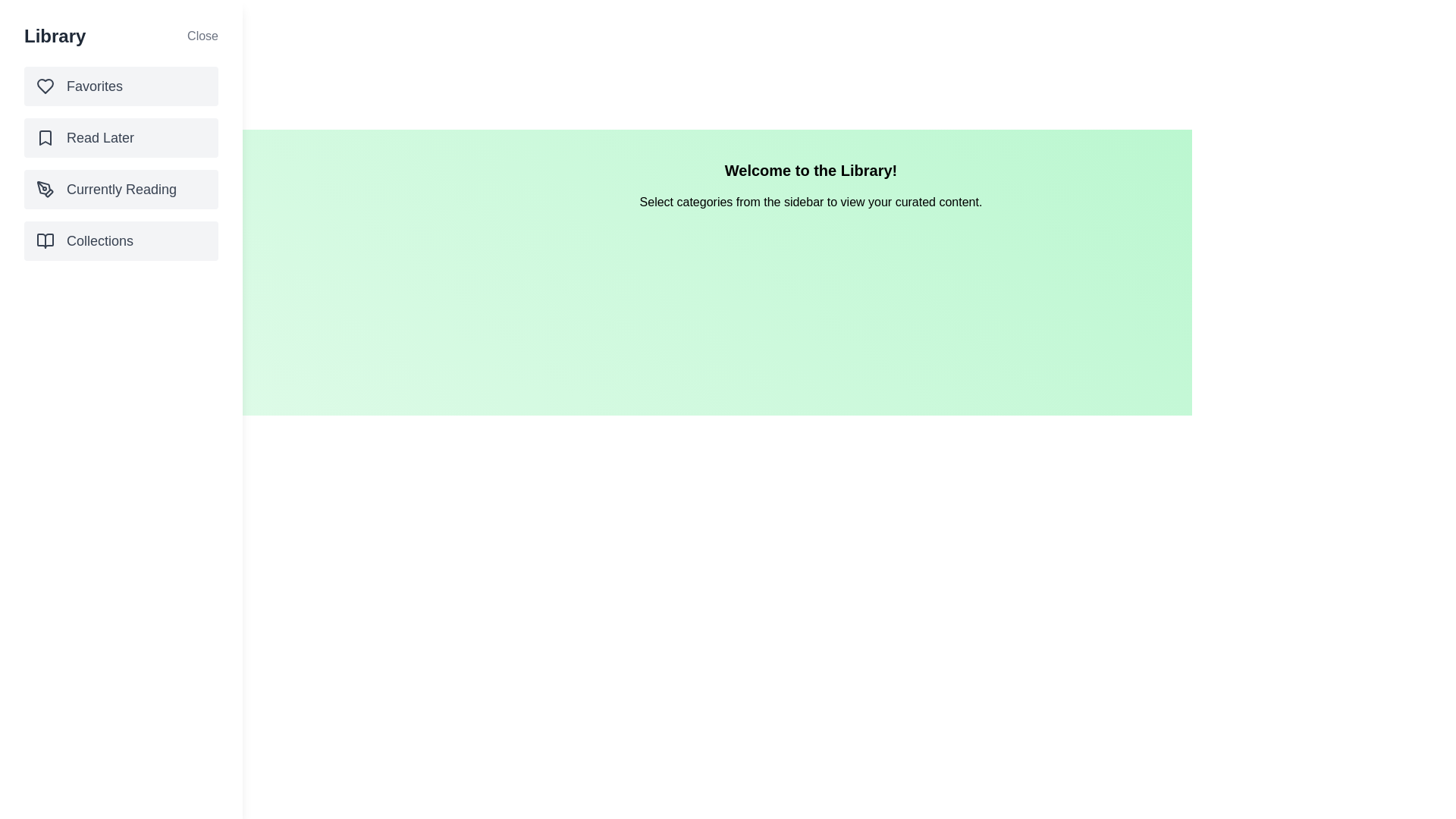 Image resolution: width=1456 pixels, height=819 pixels. What do you see at coordinates (120, 86) in the screenshot?
I see `the Favorites button in the sidebar` at bounding box center [120, 86].